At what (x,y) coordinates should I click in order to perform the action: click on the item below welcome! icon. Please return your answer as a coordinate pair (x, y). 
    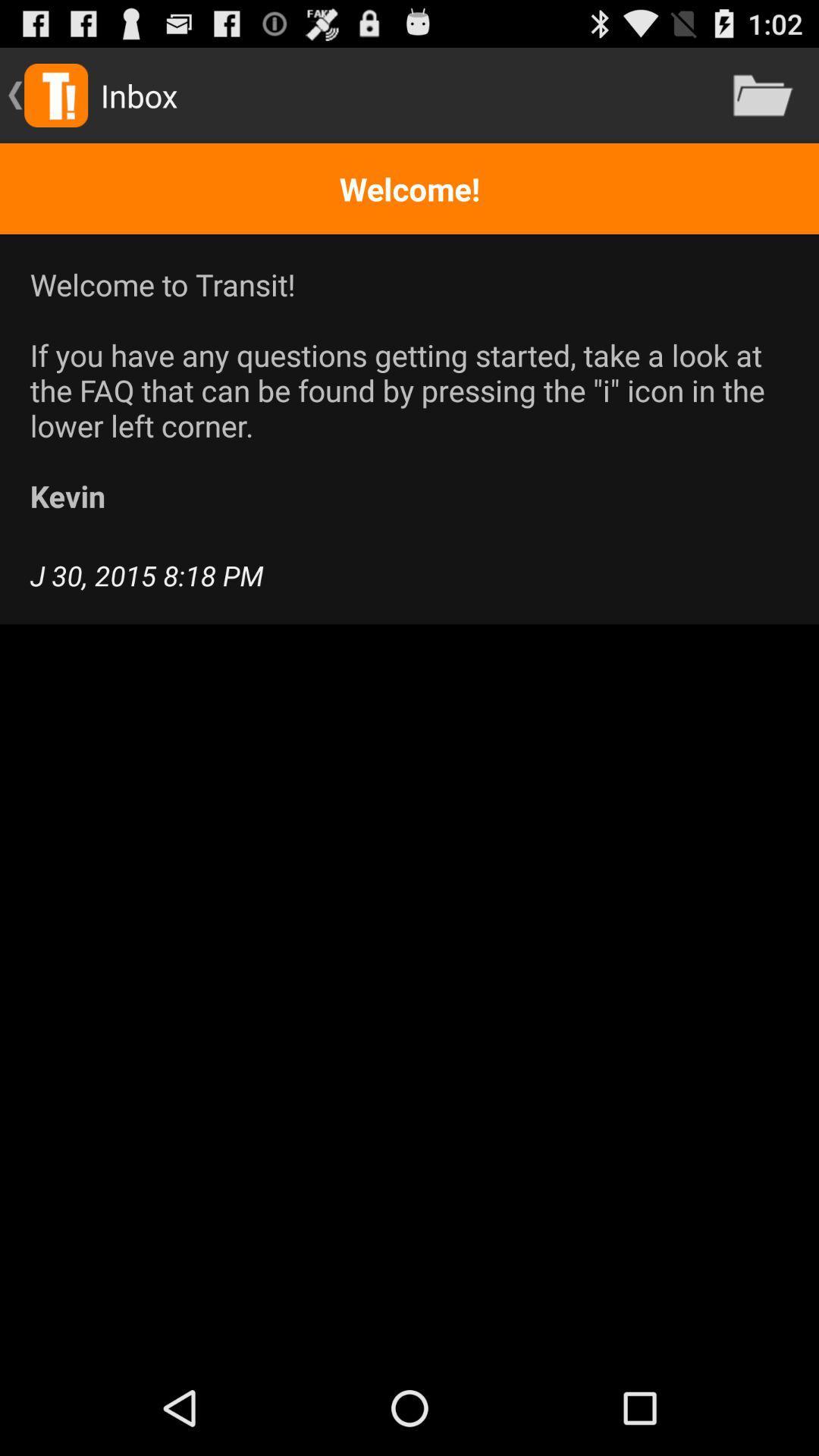
    Looking at the image, I should click on (409, 390).